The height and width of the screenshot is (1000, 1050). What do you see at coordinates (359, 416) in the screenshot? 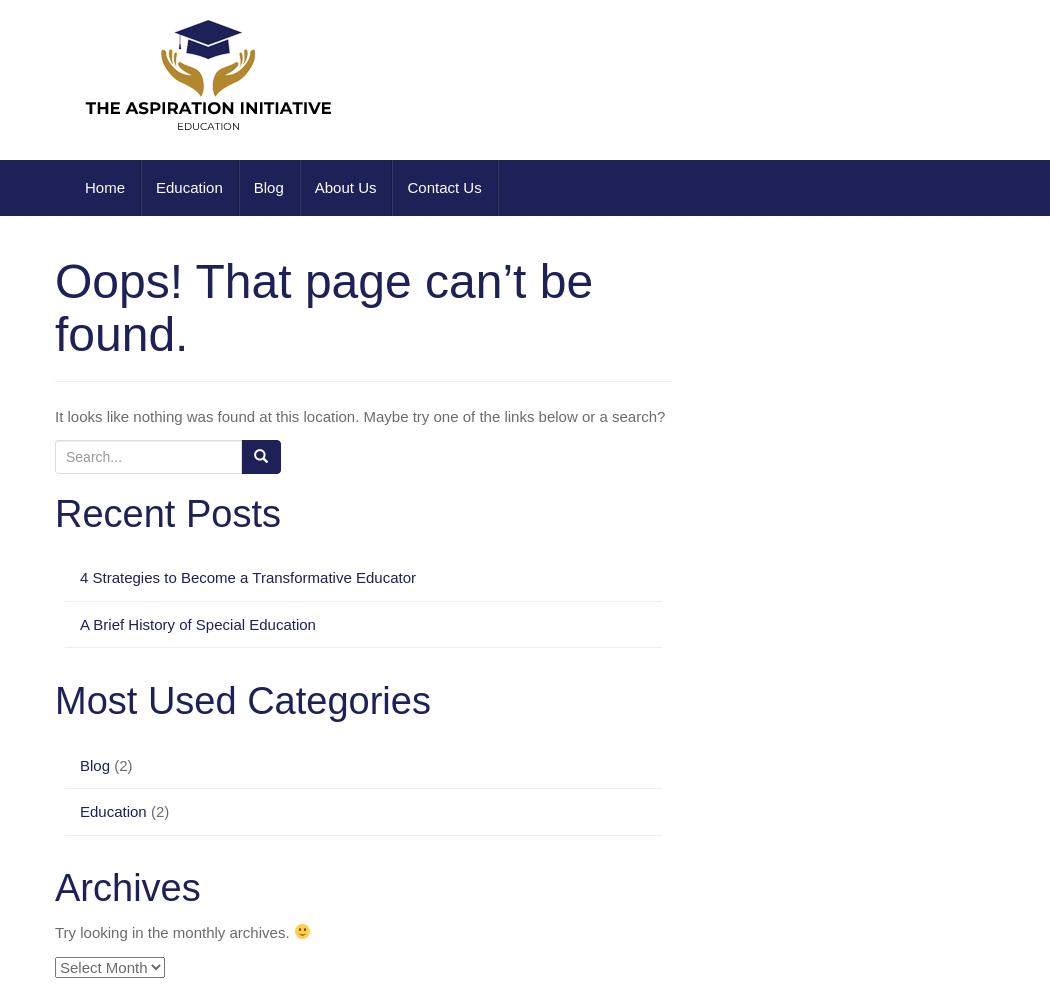
I see `'It looks like nothing was found at this location. Maybe try one of the links below or a search?'` at bounding box center [359, 416].